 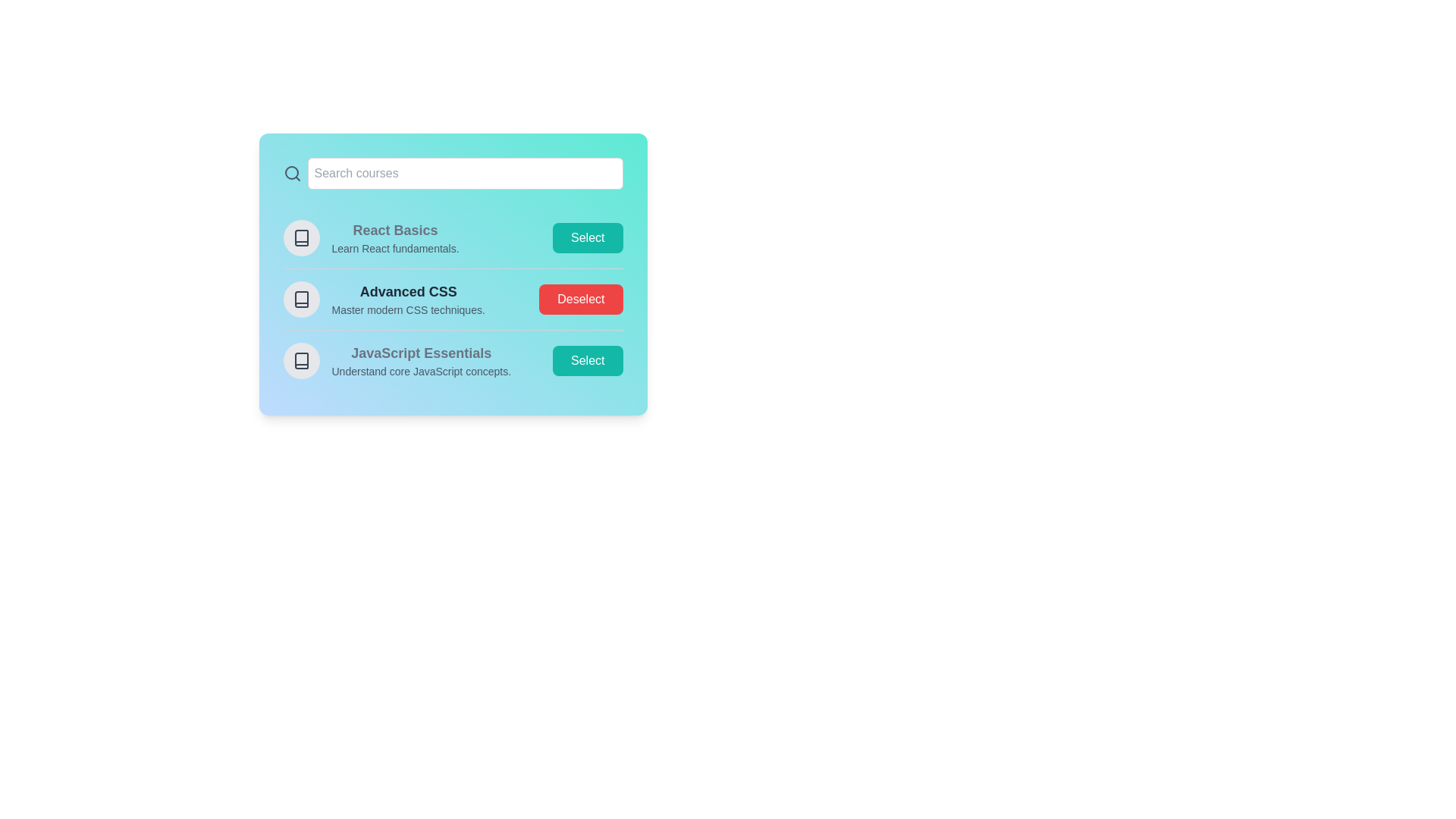 What do you see at coordinates (587, 237) in the screenshot?
I see `'Select' button for the course titled 'React Basics'` at bounding box center [587, 237].